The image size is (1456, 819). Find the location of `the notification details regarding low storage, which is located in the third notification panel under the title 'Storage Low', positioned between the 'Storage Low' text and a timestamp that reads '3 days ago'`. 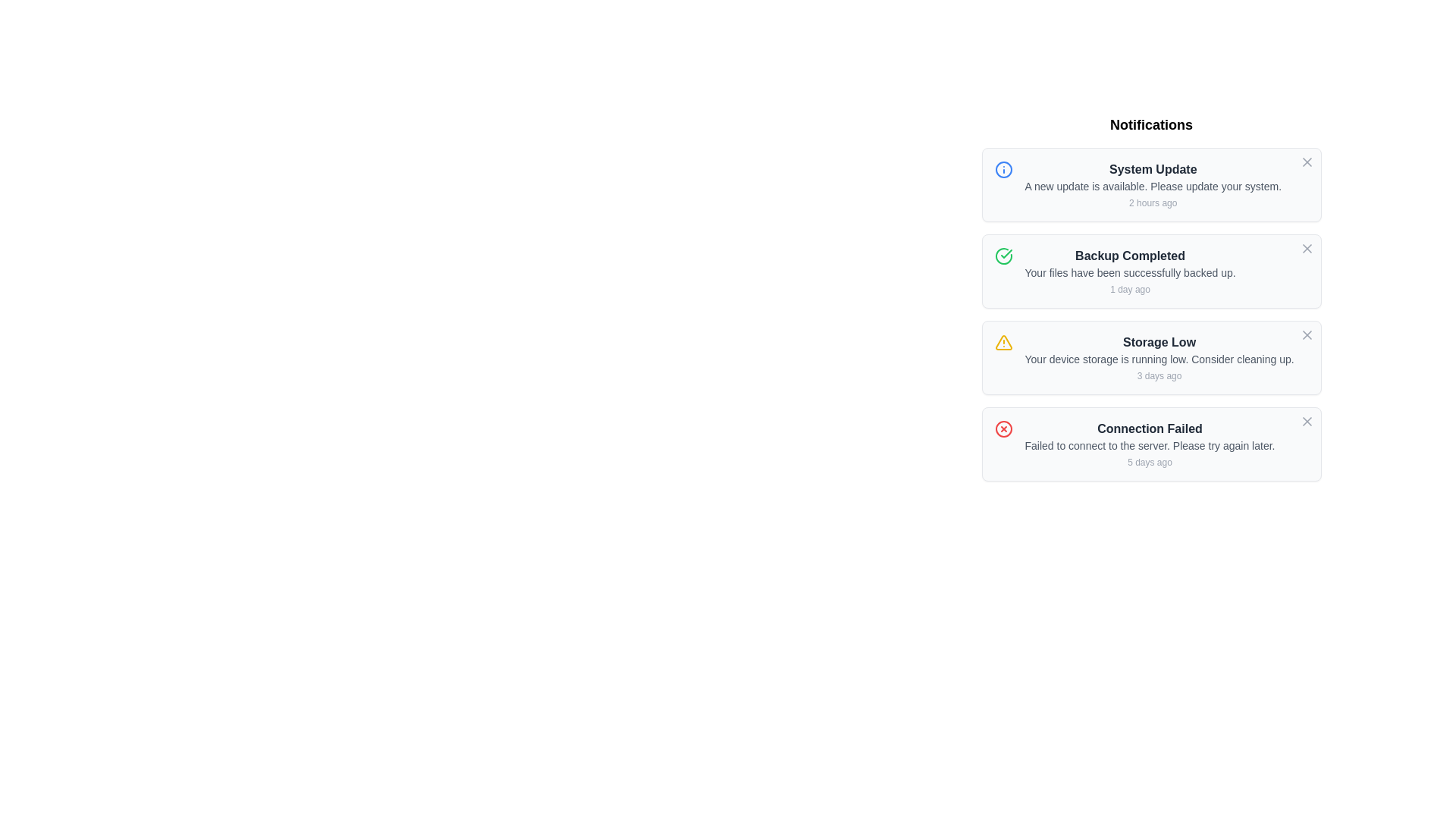

the notification details regarding low storage, which is located in the third notification panel under the title 'Storage Low', positioned between the 'Storage Low' text and a timestamp that reads '3 days ago' is located at coordinates (1159, 359).